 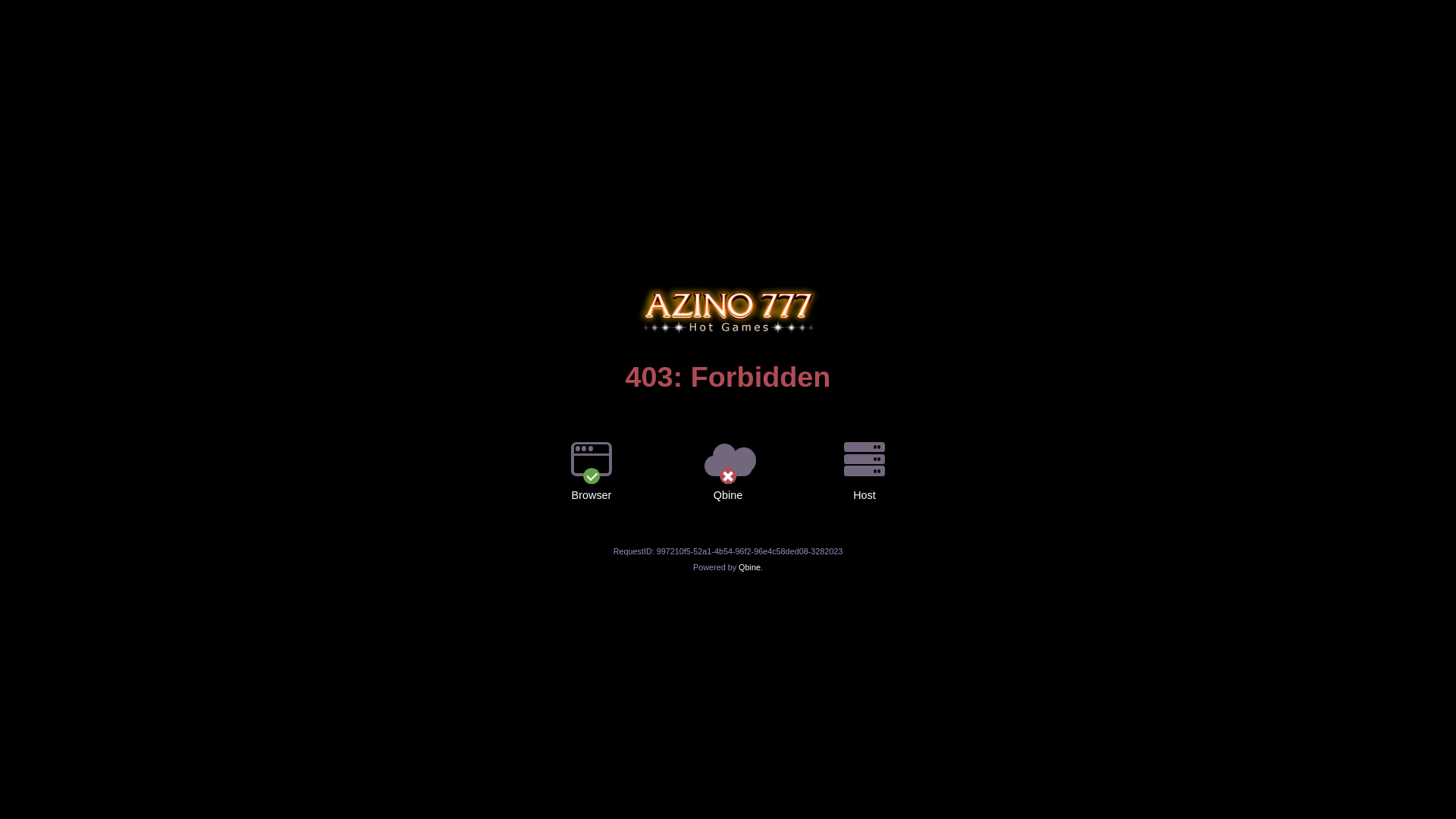 What do you see at coordinates (728, 286) in the screenshot?
I see `' '` at bounding box center [728, 286].